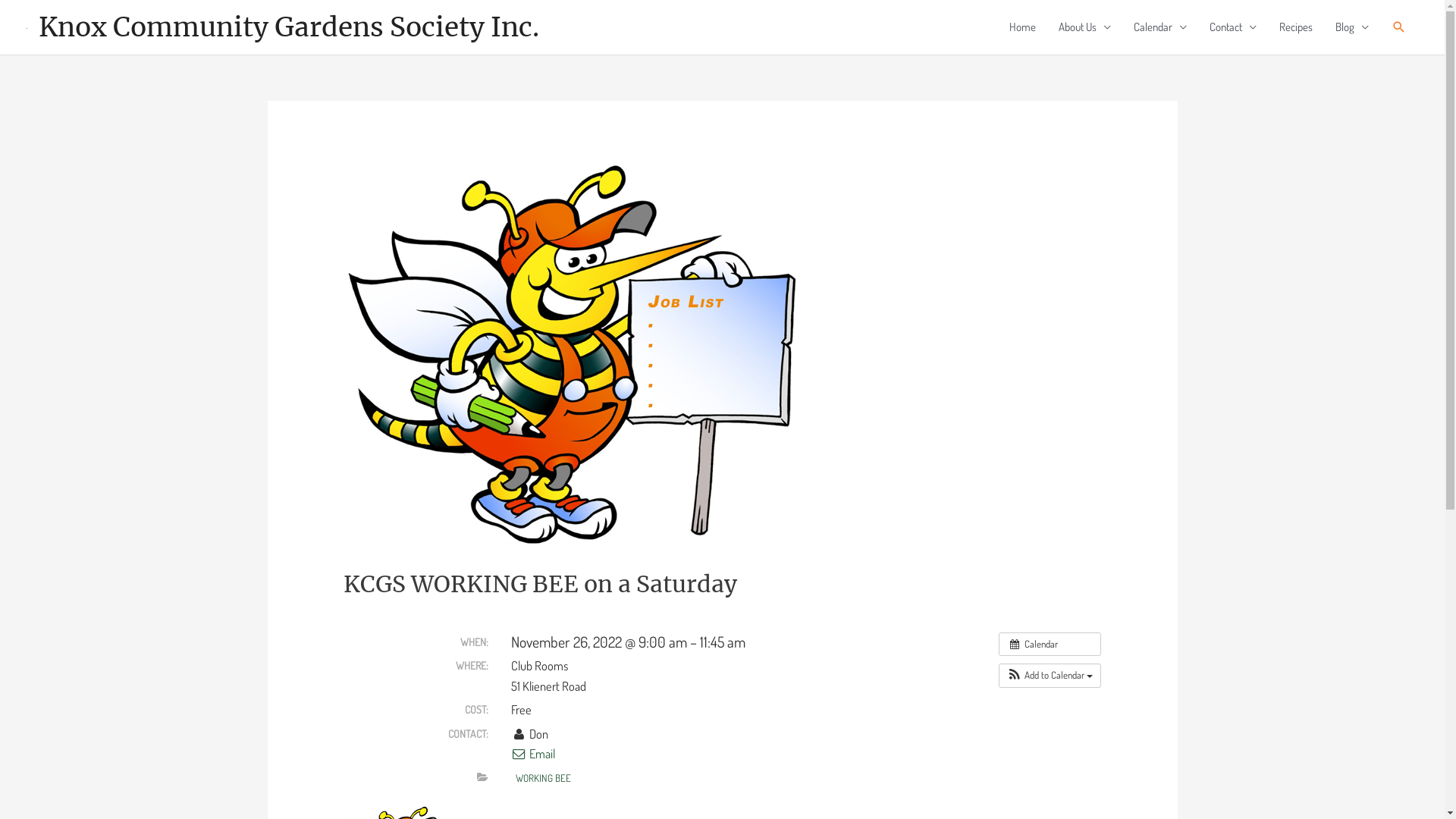  Describe the element at coordinates (543, 778) in the screenshot. I see `'WORKING BEE'` at that location.